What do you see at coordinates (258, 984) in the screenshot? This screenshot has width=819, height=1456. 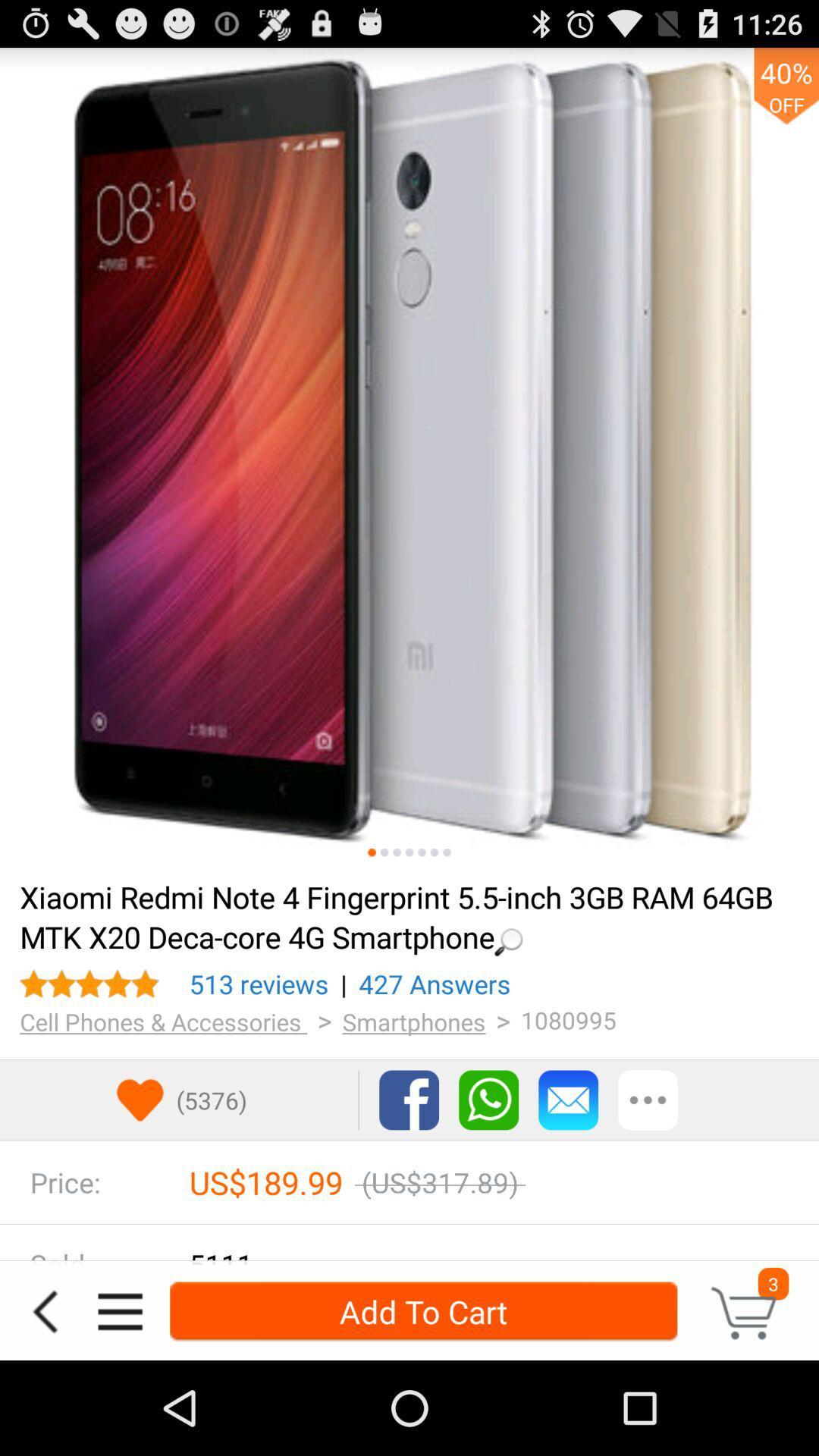 I see `the icon to the left of | icon` at bounding box center [258, 984].